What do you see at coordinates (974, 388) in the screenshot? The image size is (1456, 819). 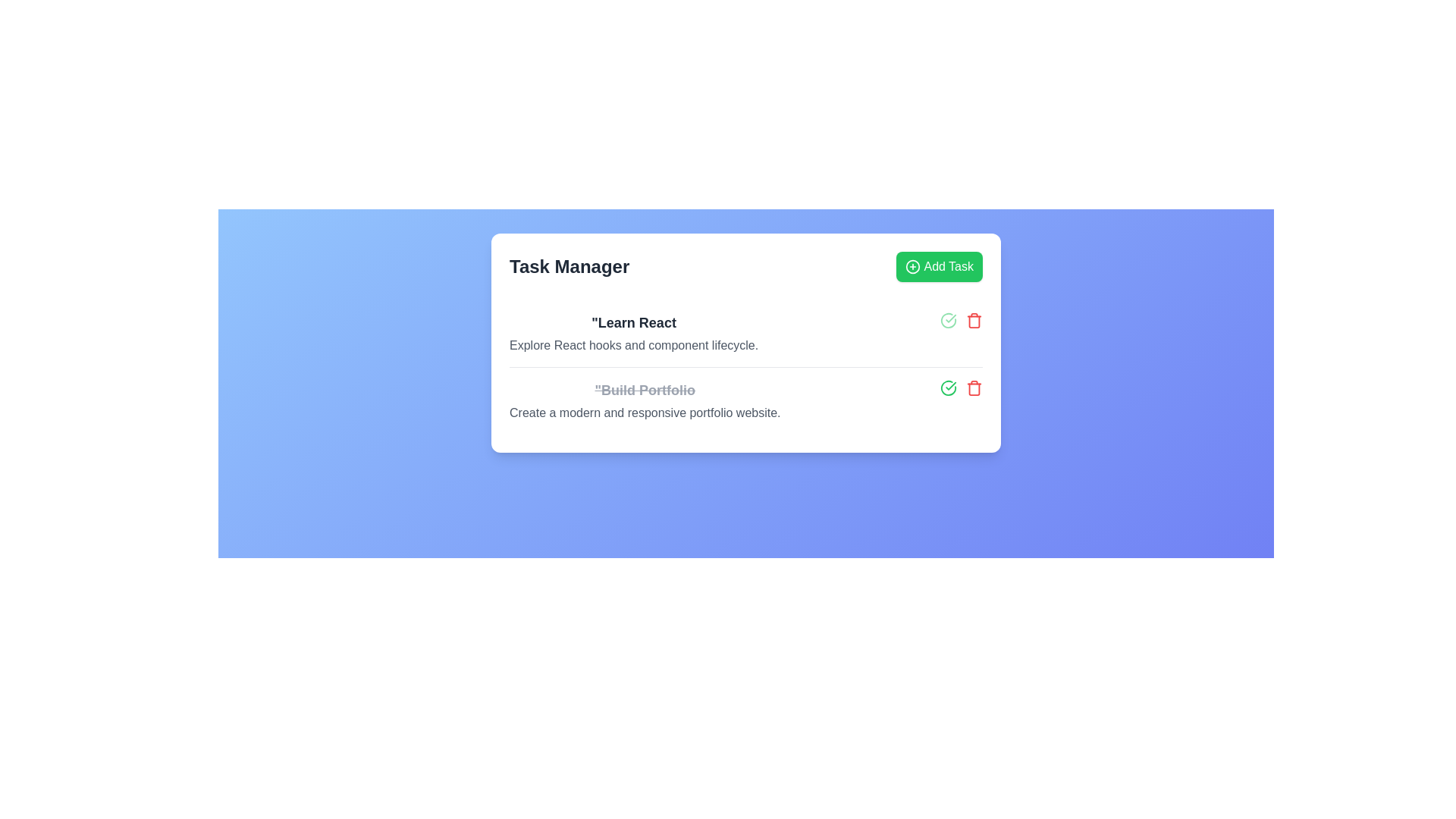 I see `the delete button located at the far right of the task list item, next to the green checkmark icon` at bounding box center [974, 388].